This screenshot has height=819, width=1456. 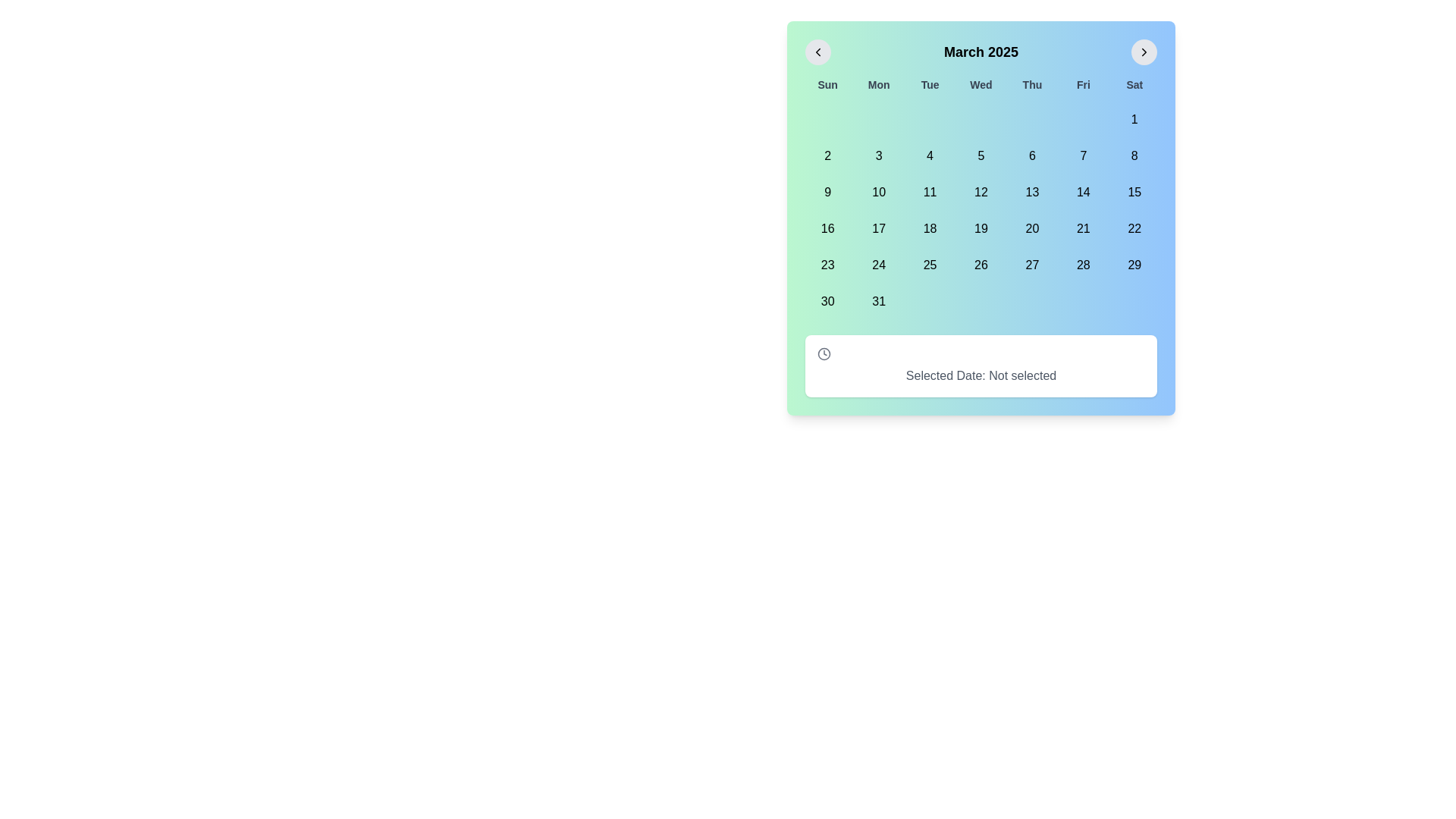 I want to click on the text label displaying 'Sat', which is the last element in a row of day labels in the calendar interface, so click(x=1134, y=84).